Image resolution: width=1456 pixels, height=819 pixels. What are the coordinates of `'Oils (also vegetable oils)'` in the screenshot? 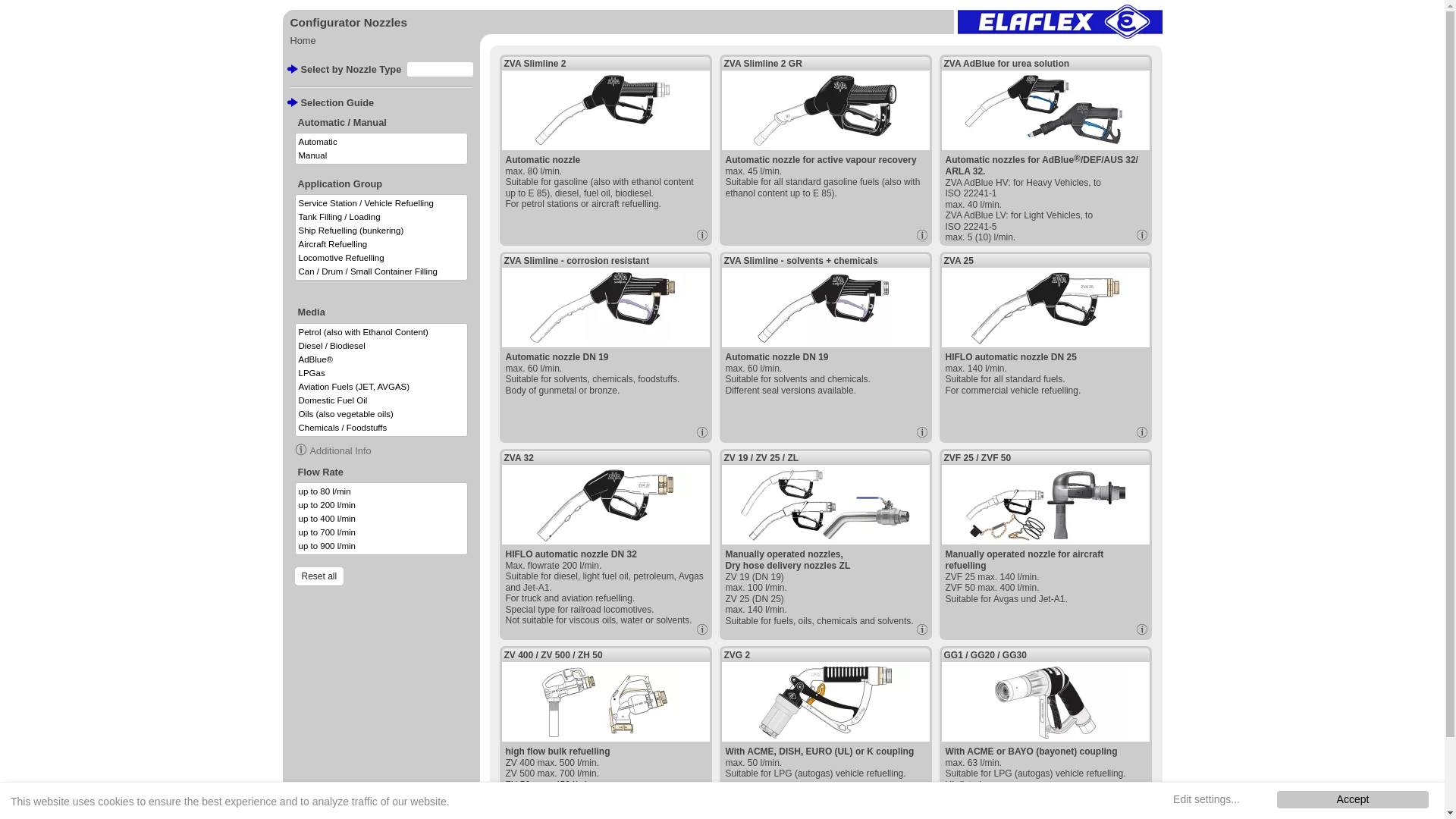 It's located at (295, 414).